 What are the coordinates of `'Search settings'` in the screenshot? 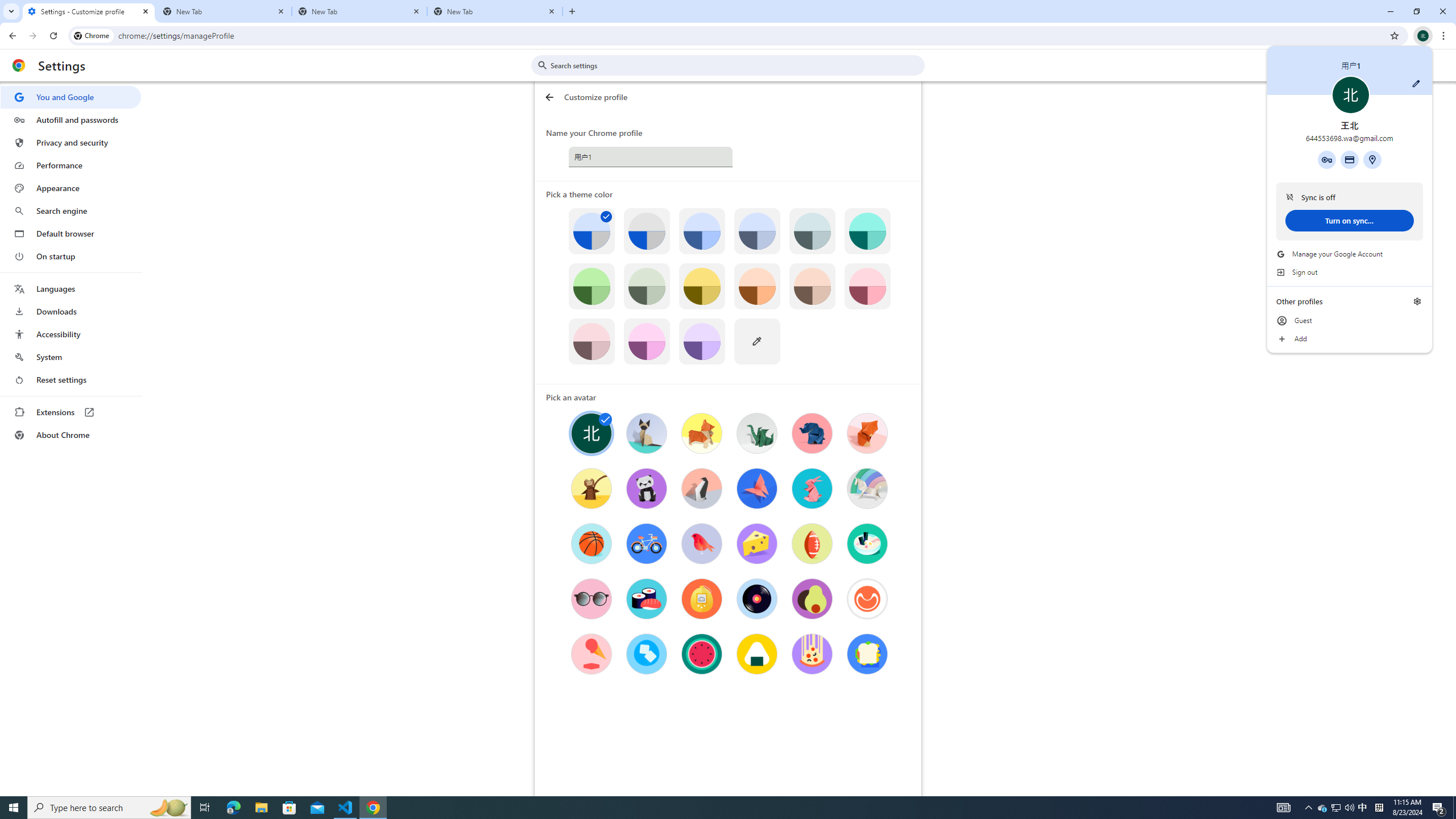 It's located at (735, 65).